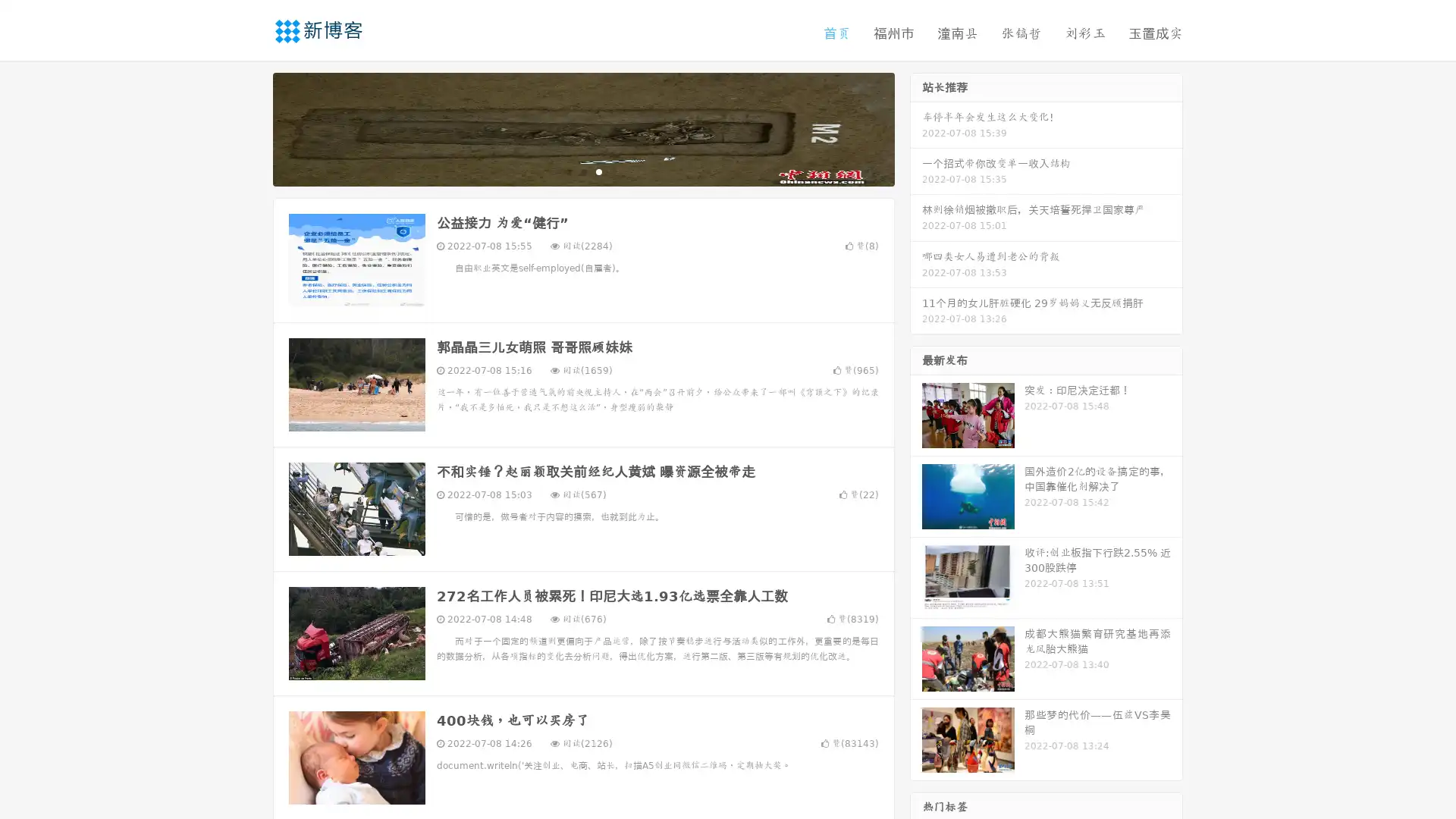 The image size is (1456, 819). Describe the element at coordinates (916, 127) in the screenshot. I see `Next slide` at that location.